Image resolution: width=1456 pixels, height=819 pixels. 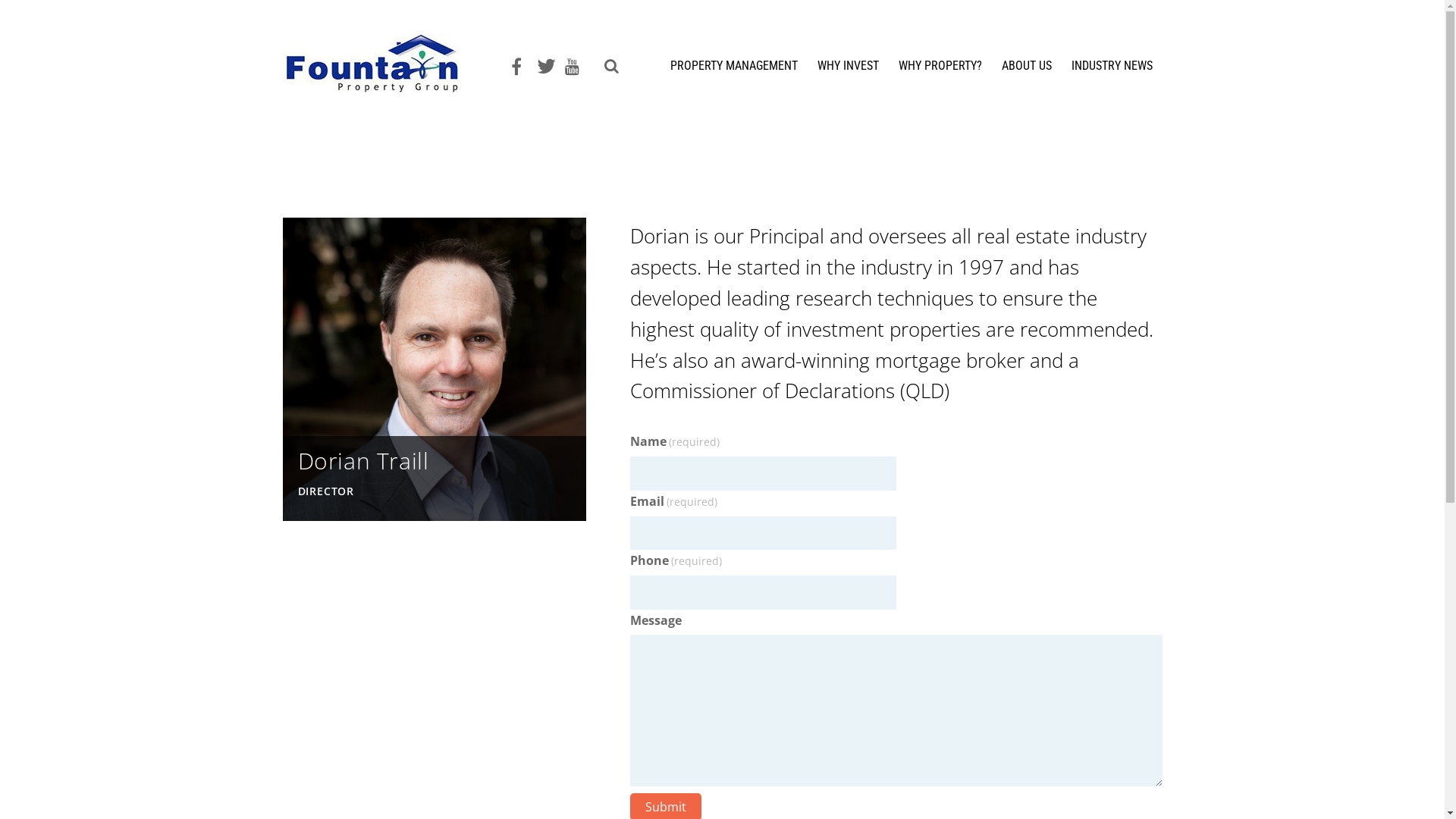 I want to click on 'PROPERTY MANAGEMENT', so click(x=662, y=71).